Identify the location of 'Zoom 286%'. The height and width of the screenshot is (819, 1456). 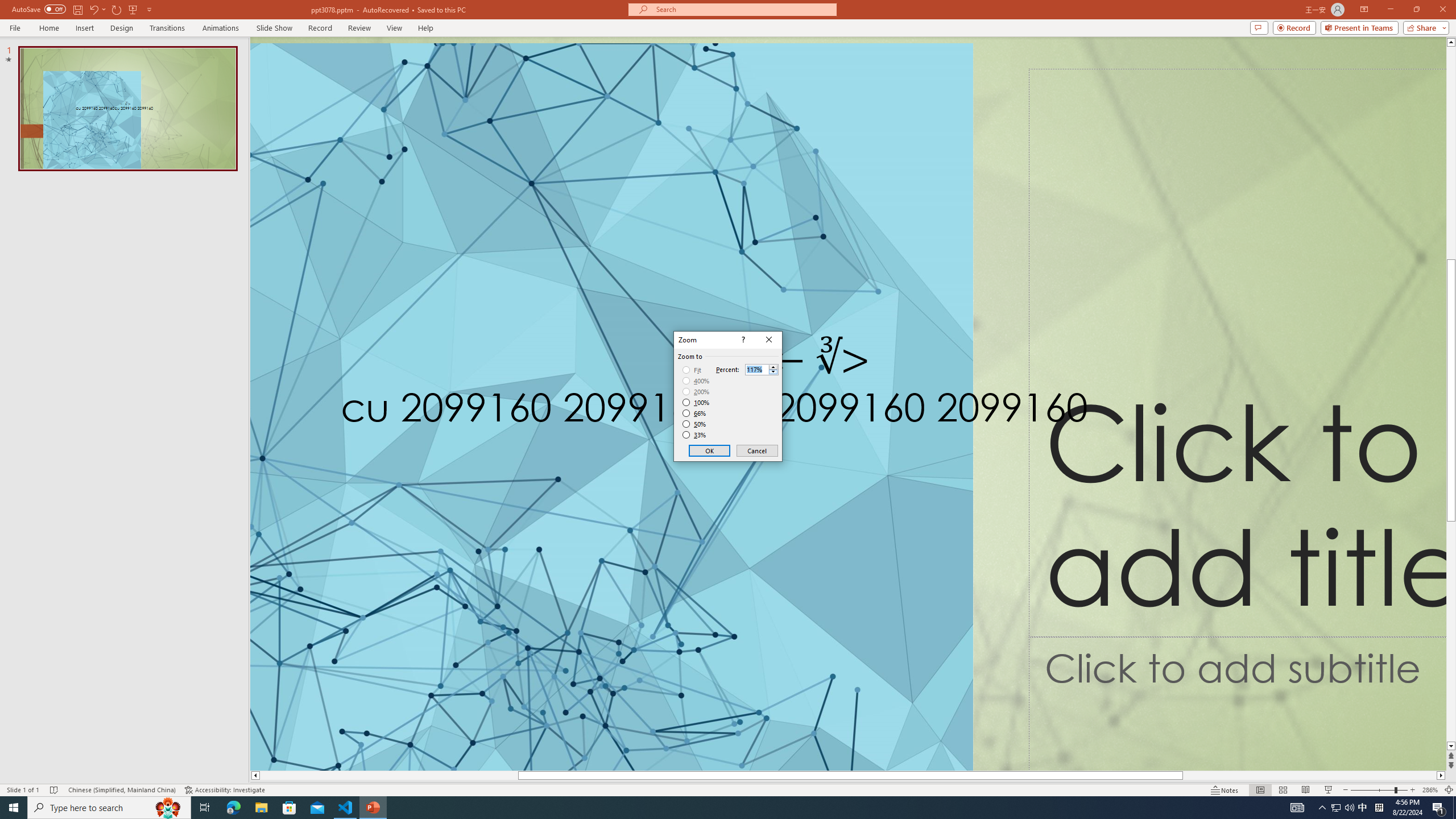
(1430, 790).